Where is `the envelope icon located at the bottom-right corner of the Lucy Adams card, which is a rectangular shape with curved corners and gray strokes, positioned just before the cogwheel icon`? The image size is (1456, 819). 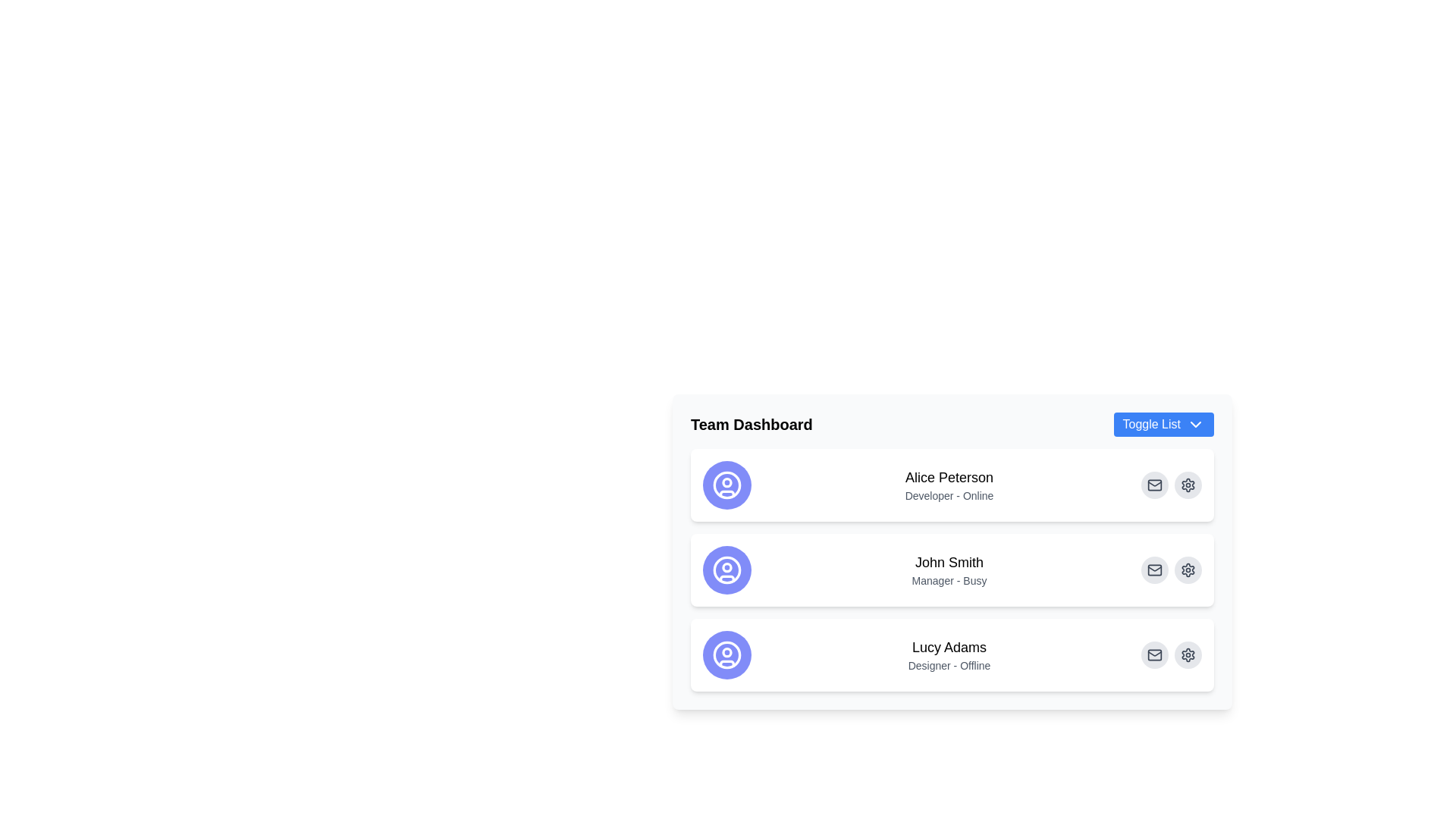
the envelope icon located at the bottom-right corner of the Lucy Adams card, which is a rectangular shape with curved corners and gray strokes, positioned just before the cogwheel icon is located at coordinates (1153, 654).